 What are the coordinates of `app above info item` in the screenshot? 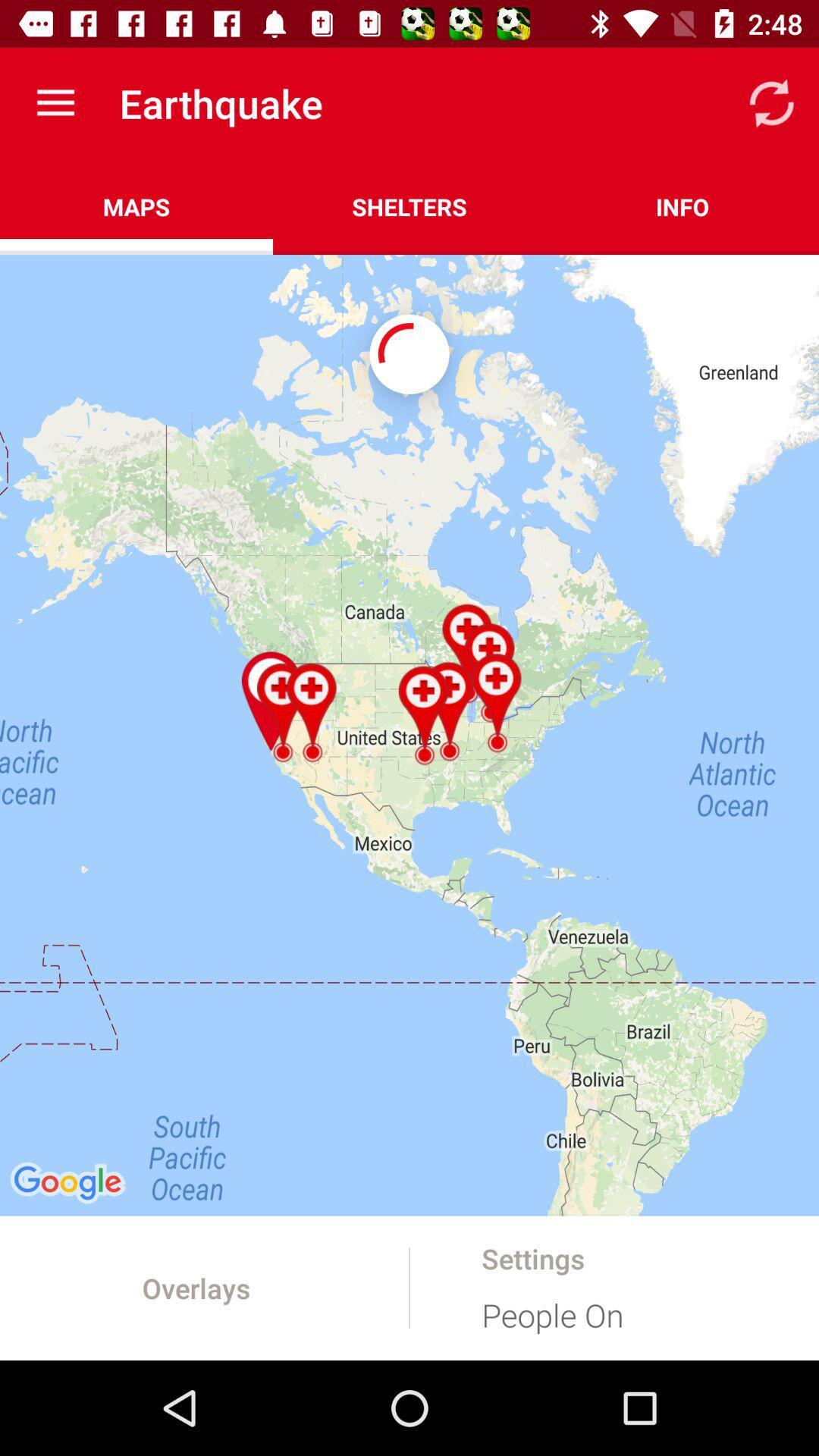 It's located at (771, 102).